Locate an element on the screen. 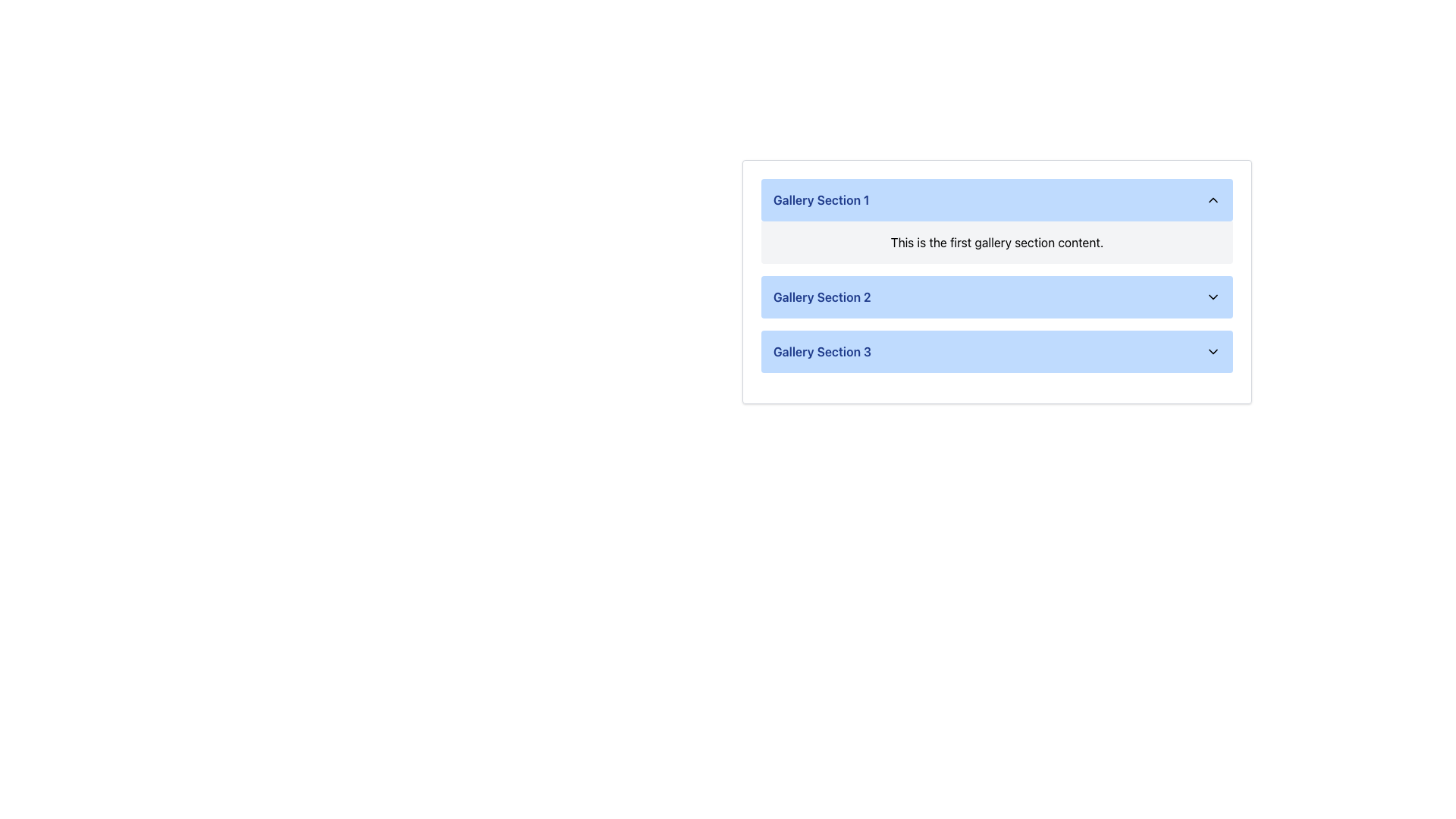  the text label that serves as the title for the third gallery section is located at coordinates (821, 351).